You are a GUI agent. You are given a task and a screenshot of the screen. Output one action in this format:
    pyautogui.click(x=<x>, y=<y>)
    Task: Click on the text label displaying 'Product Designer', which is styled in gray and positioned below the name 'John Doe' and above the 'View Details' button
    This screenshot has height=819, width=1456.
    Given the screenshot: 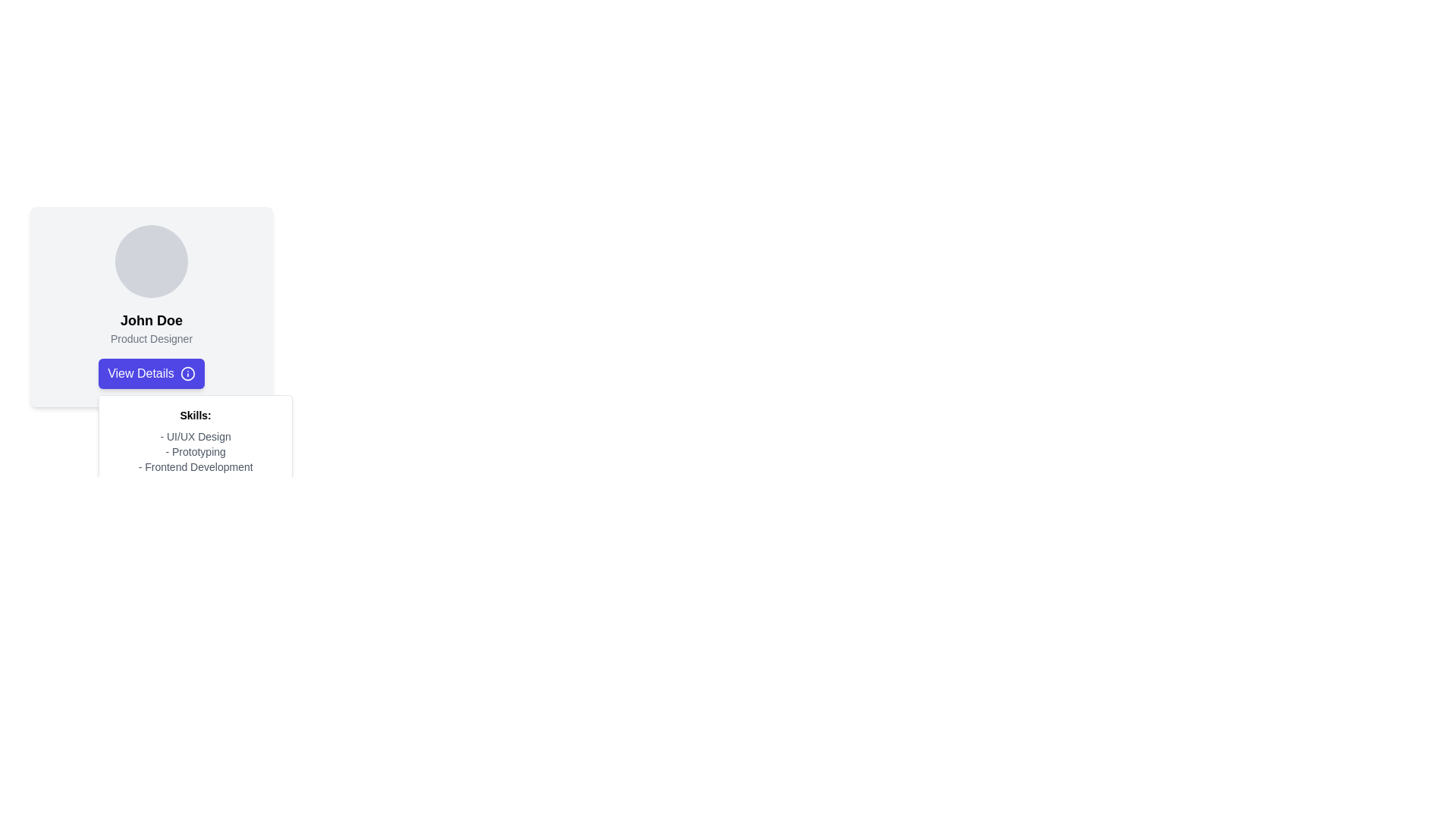 What is the action you would take?
    pyautogui.click(x=152, y=338)
    